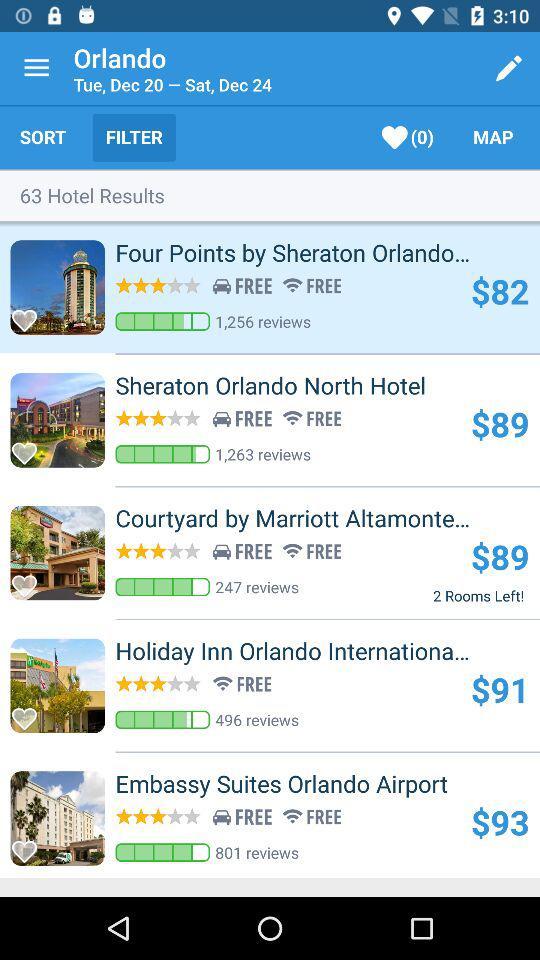 This screenshot has width=540, height=960. Describe the element at coordinates (43, 136) in the screenshot. I see `icon above 63 hotel results item` at that location.